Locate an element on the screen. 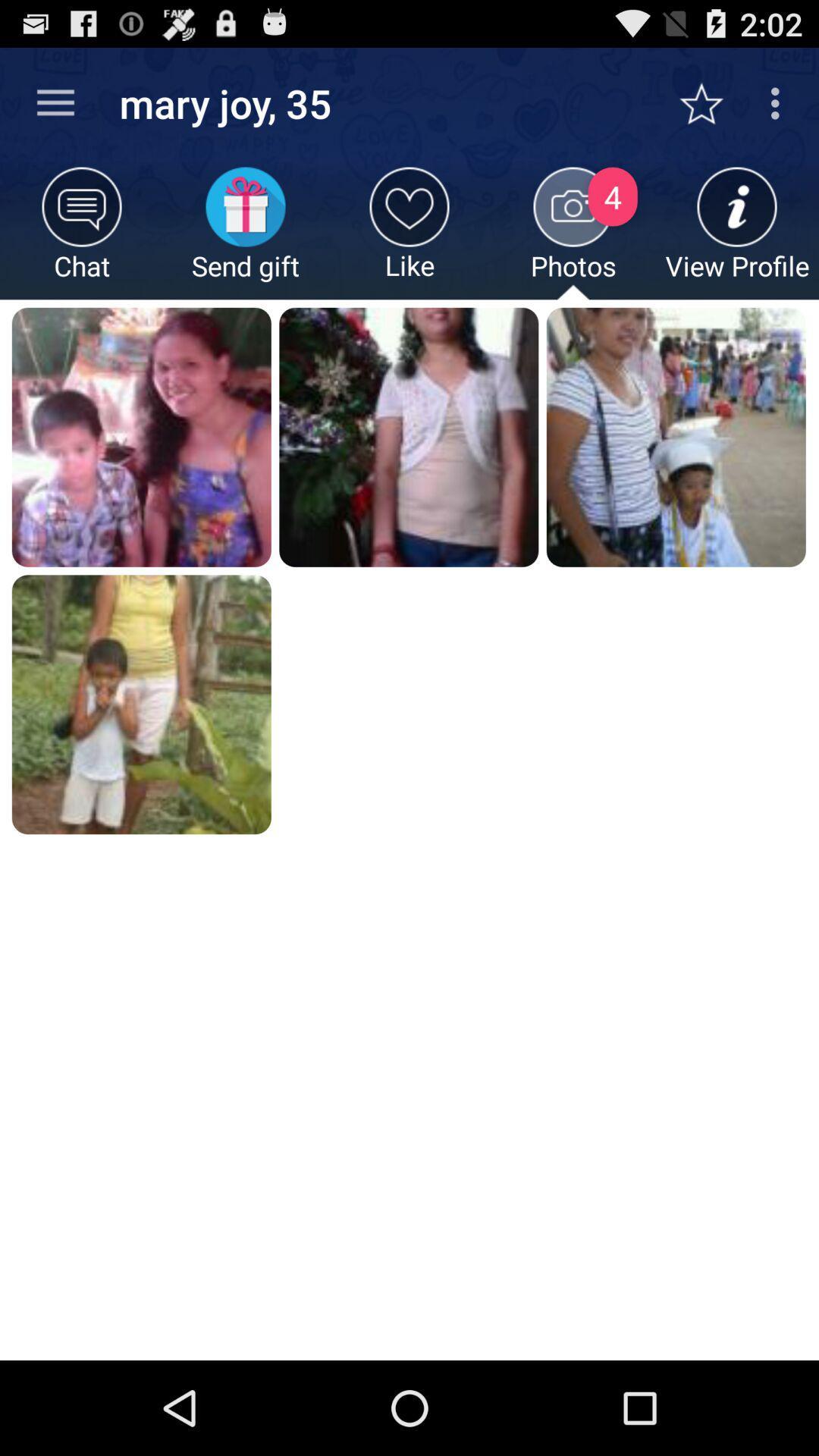 The image size is (819, 1456). icon next to view profile item is located at coordinates (573, 232).